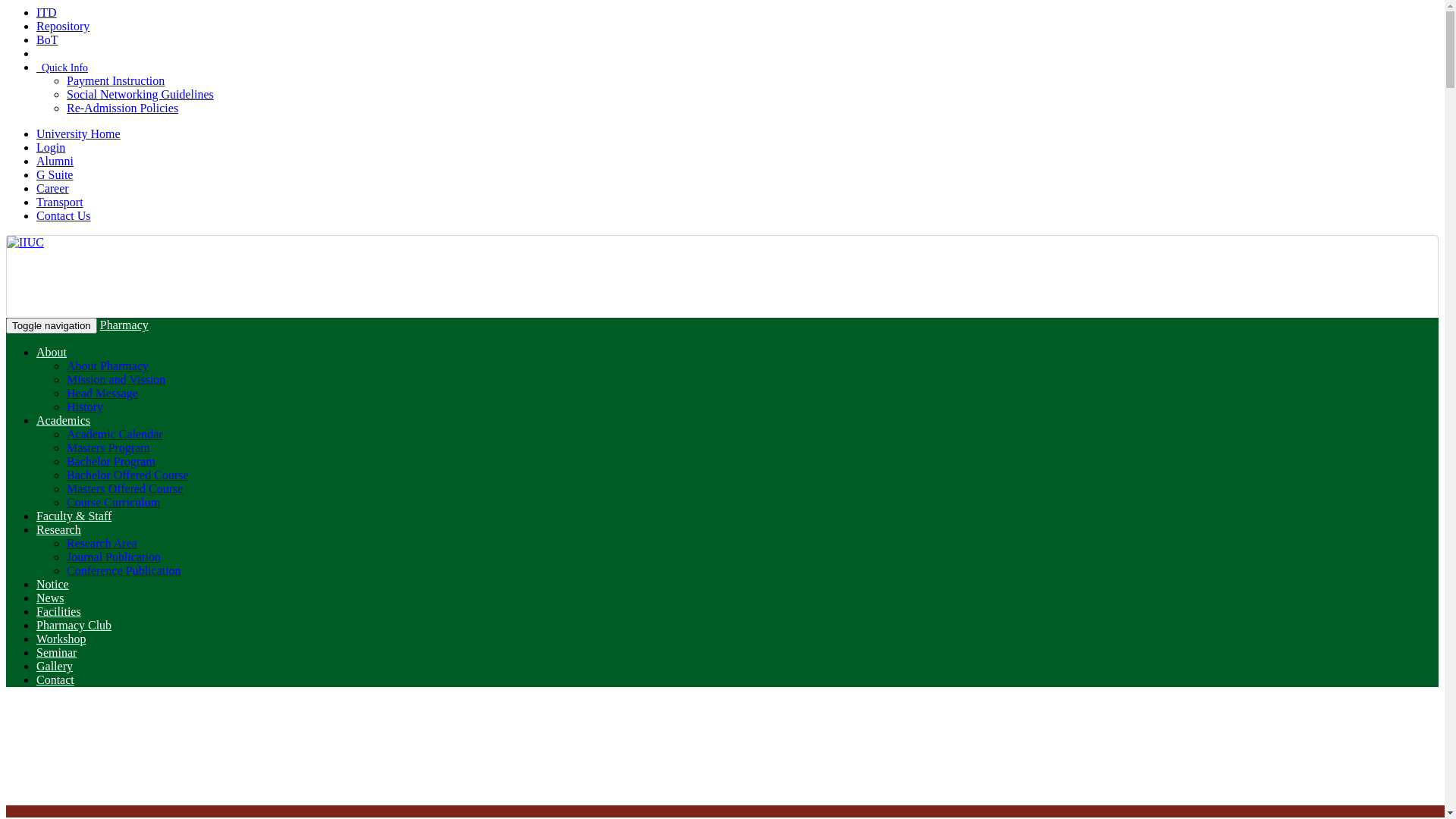 The image size is (1456, 819). What do you see at coordinates (83, 406) in the screenshot?
I see `'History'` at bounding box center [83, 406].